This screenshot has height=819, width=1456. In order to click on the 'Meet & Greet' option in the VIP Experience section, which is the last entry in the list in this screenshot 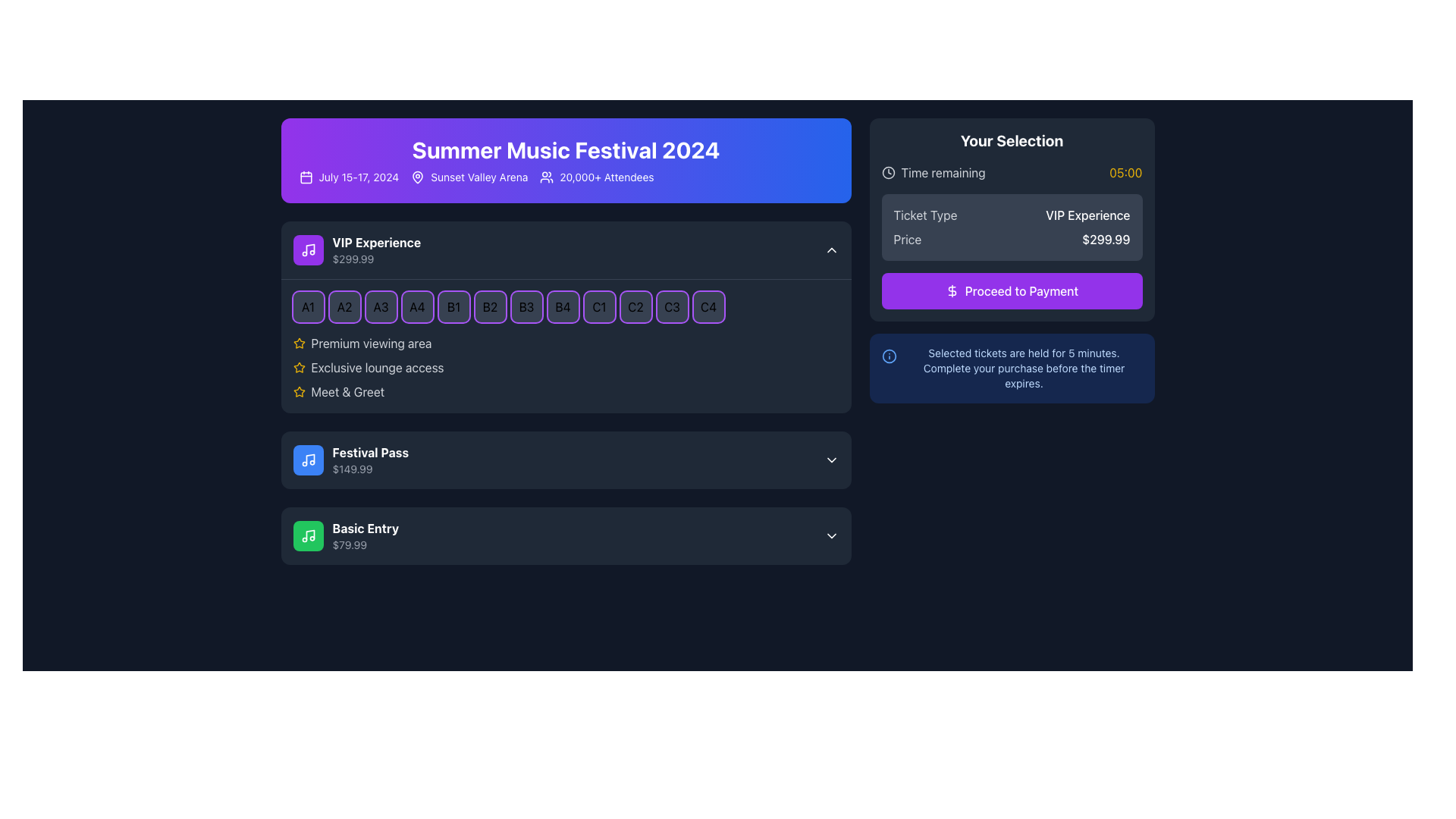, I will do `click(565, 391)`.